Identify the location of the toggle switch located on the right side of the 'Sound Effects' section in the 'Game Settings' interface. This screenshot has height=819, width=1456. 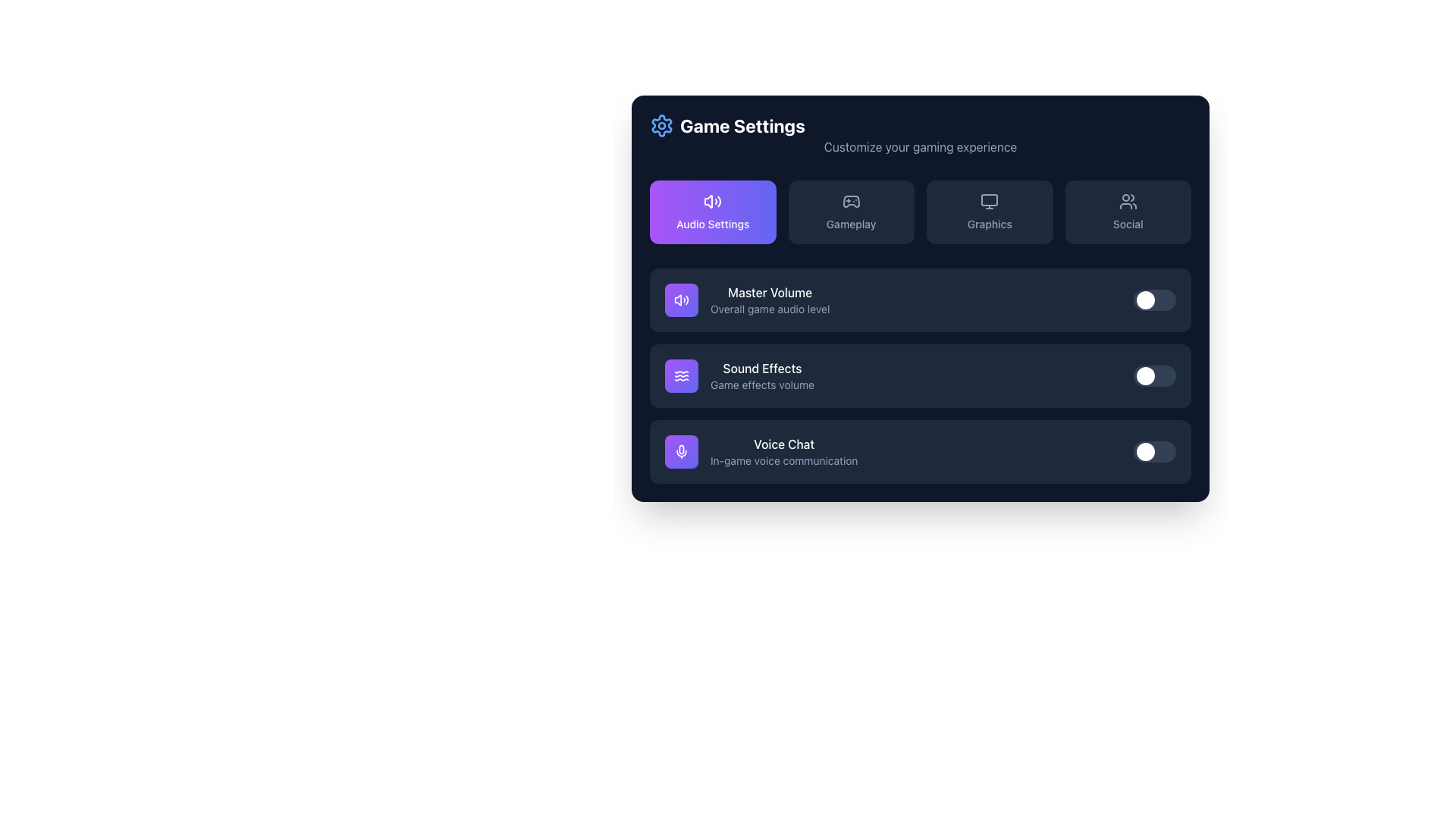
(1153, 375).